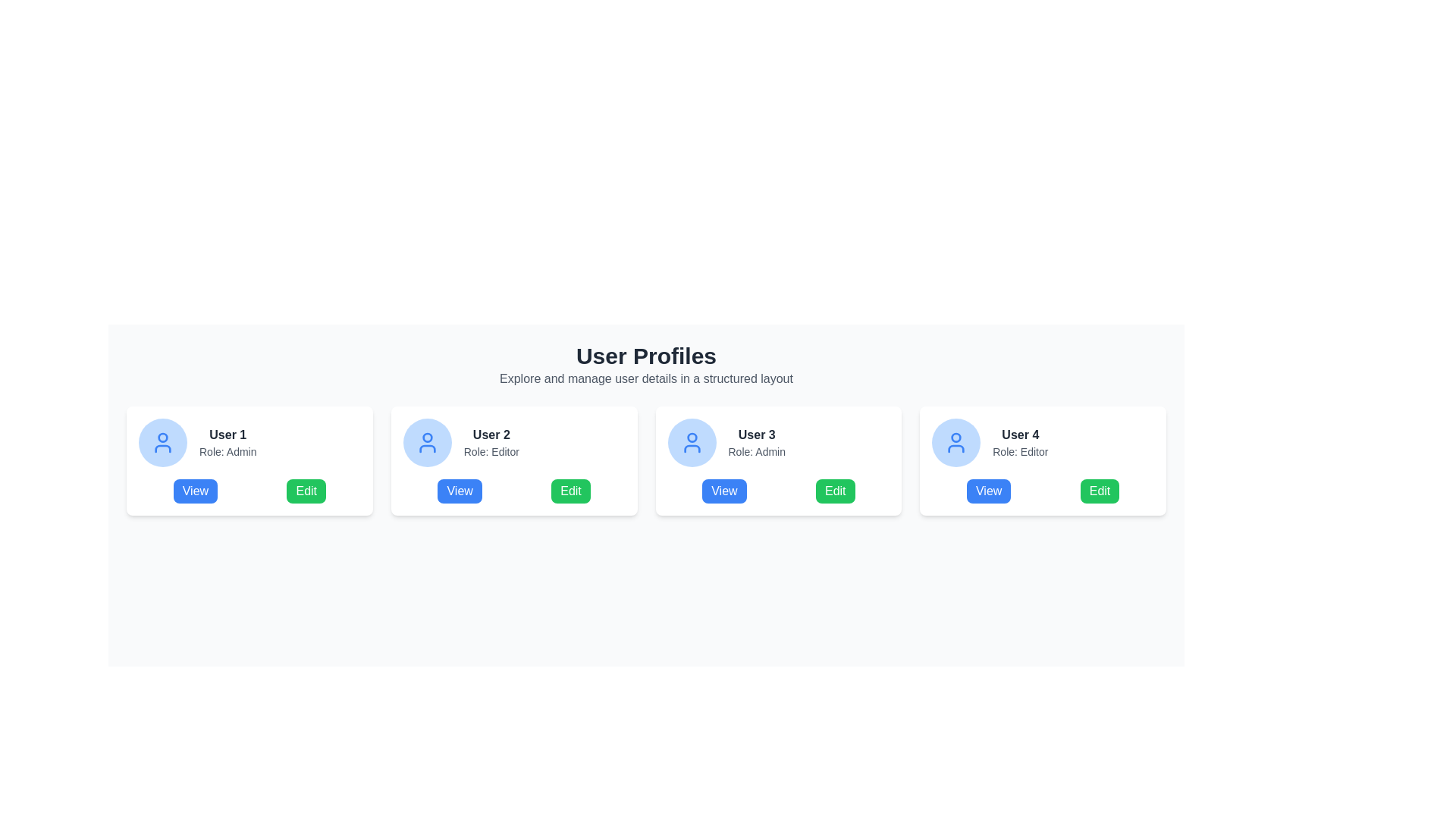  I want to click on text label displaying 'User 3' that identifies the user associated with the third card in the User Profiles section, so click(757, 435).